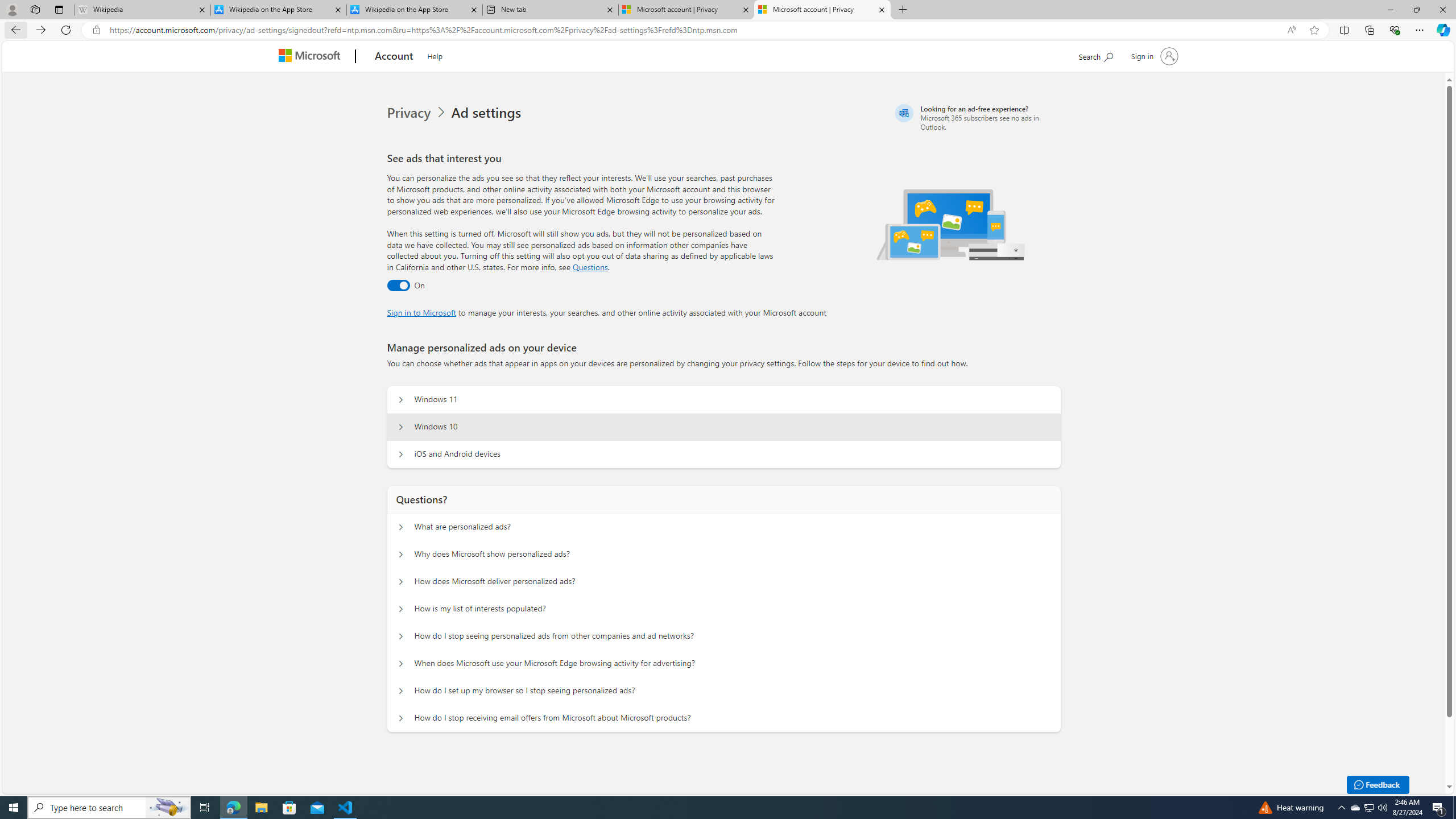 This screenshot has width=1456, height=819. Describe the element at coordinates (401, 399) in the screenshot. I see `'Manage personalized ads on your device Windows 11'` at that location.